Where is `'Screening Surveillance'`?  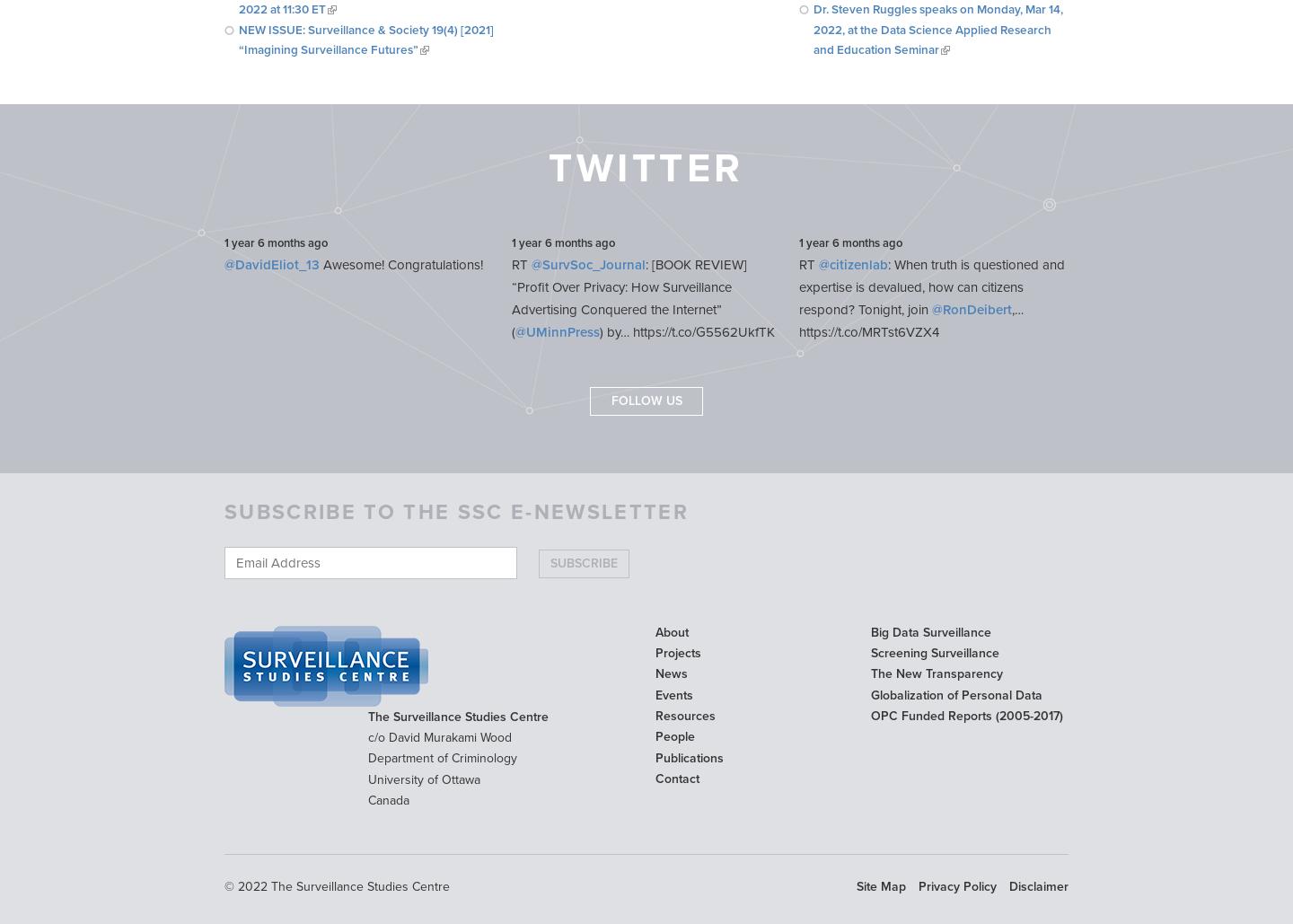 'Screening Surveillance' is located at coordinates (869, 652).